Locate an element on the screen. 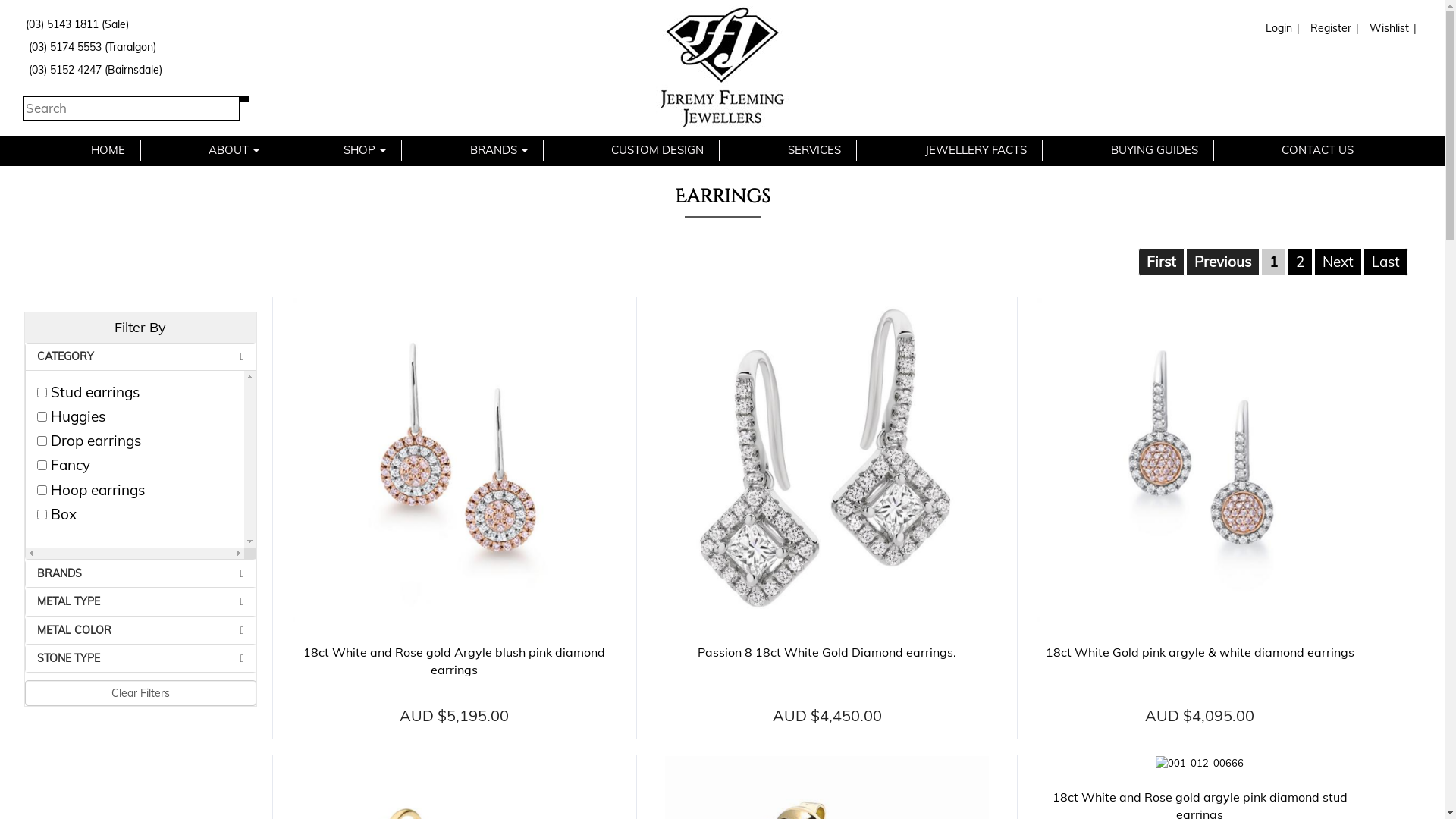 Image resolution: width=1456 pixels, height=819 pixels. 'METAL TYPE' is located at coordinates (140, 601).